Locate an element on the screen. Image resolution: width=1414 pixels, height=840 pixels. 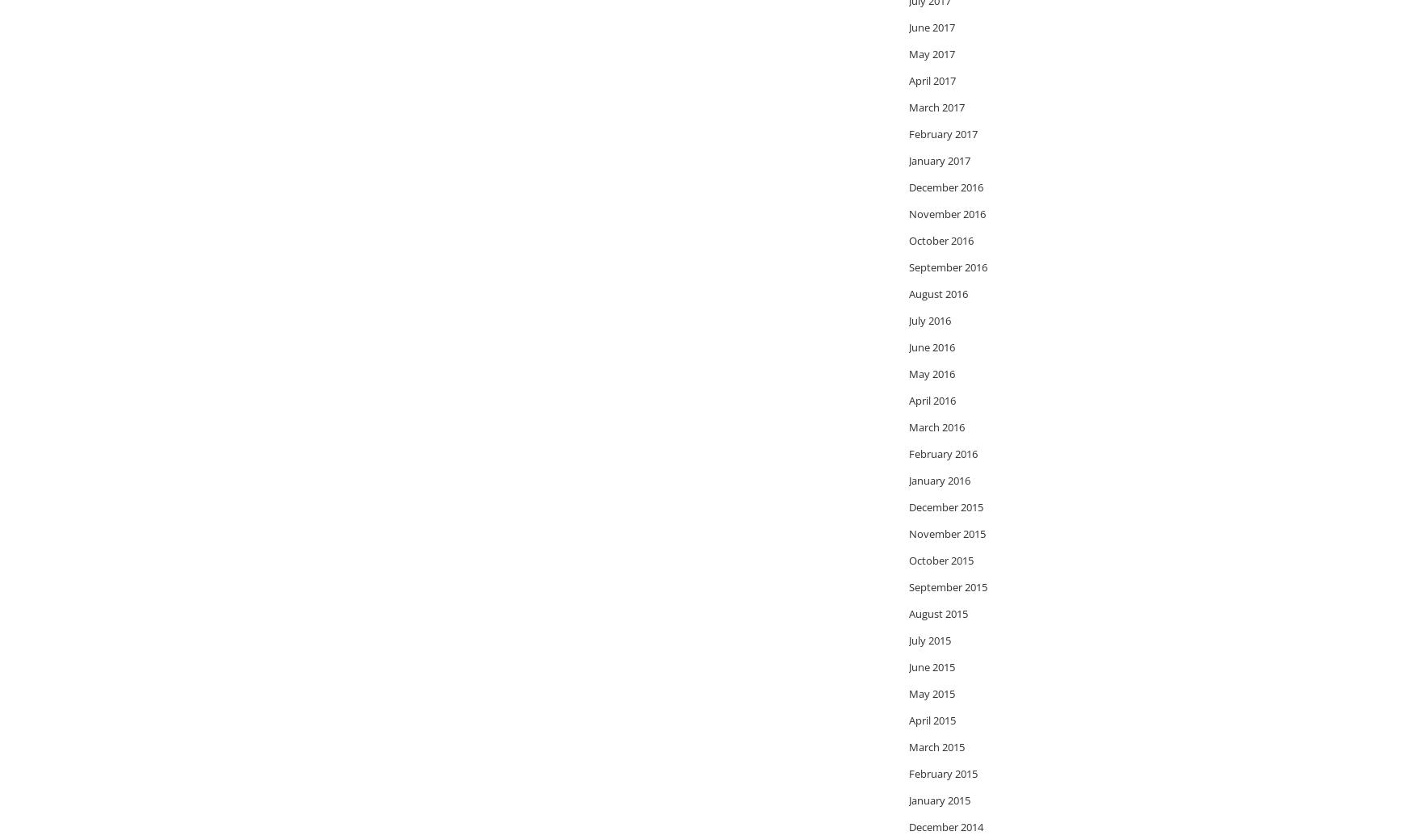
'April 2016' is located at coordinates (909, 400).